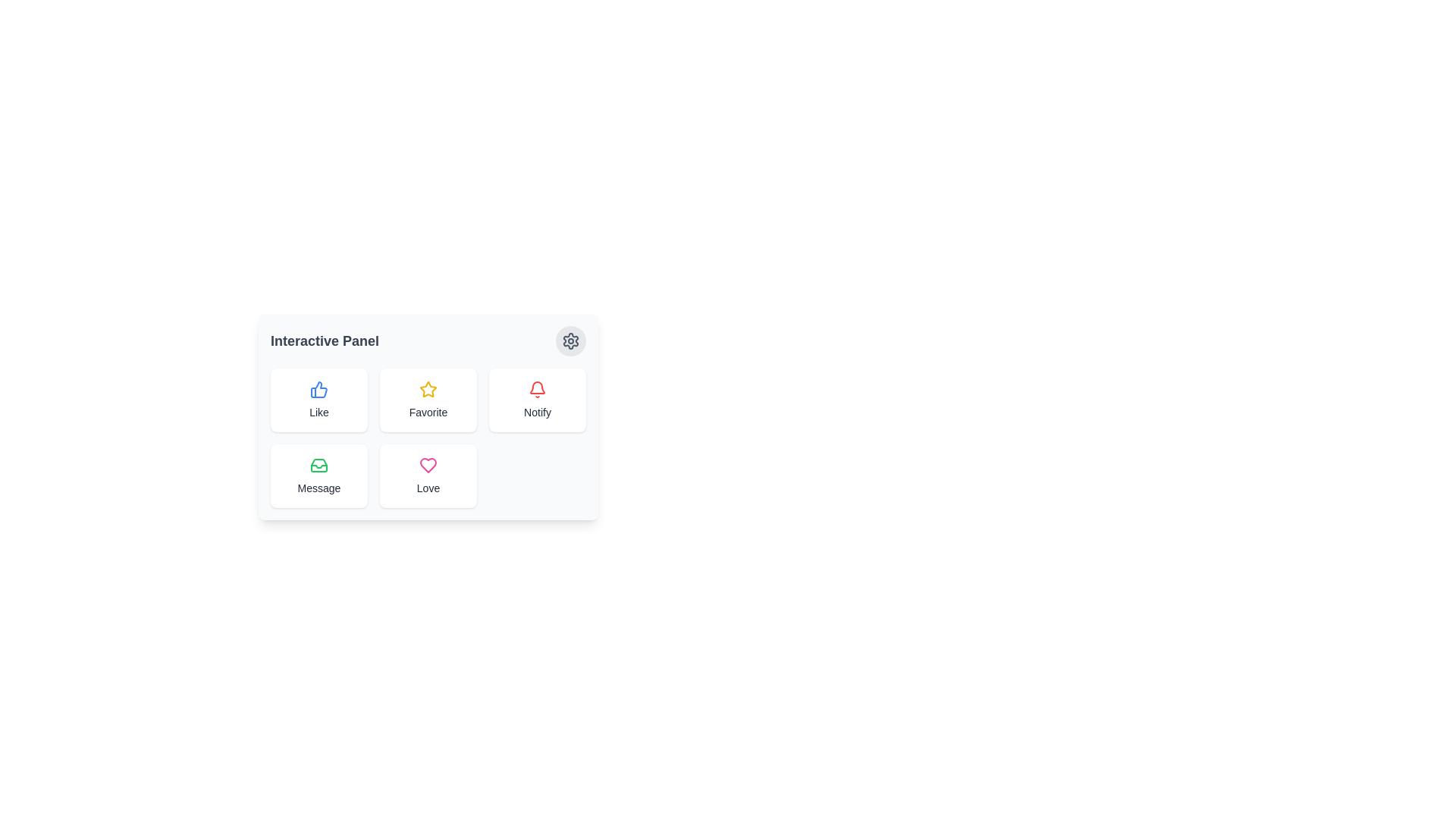  Describe the element at coordinates (318, 412) in the screenshot. I see `the 'Like' text label, which is a small gray font located below the blue thumbs-up icon in the interactive card-style widget` at that location.